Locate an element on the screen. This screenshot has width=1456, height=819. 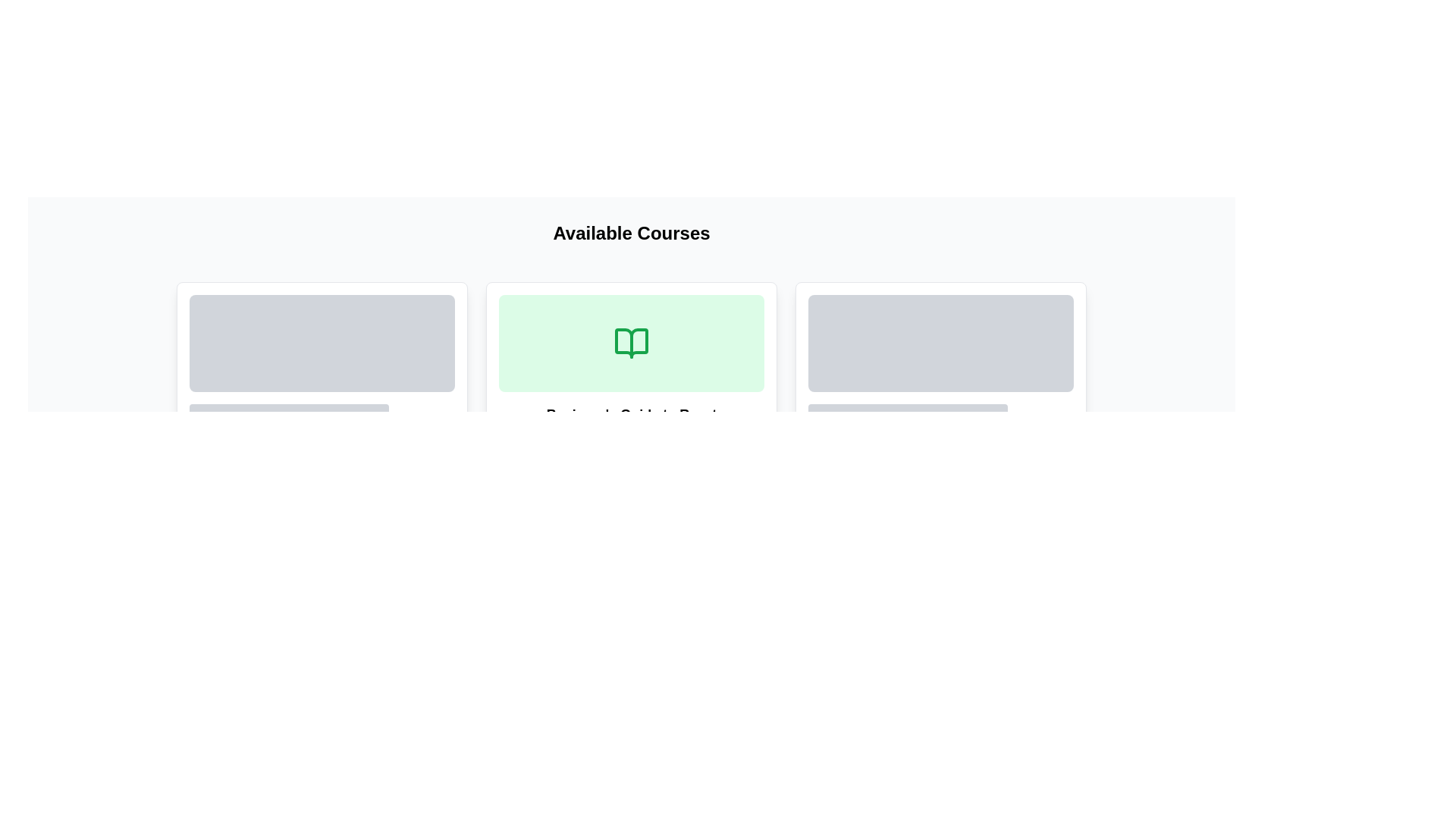
the graphical placeholder bar that serves as a decorative divider, positioned below a larger gray rectangular component is located at coordinates (908, 412).